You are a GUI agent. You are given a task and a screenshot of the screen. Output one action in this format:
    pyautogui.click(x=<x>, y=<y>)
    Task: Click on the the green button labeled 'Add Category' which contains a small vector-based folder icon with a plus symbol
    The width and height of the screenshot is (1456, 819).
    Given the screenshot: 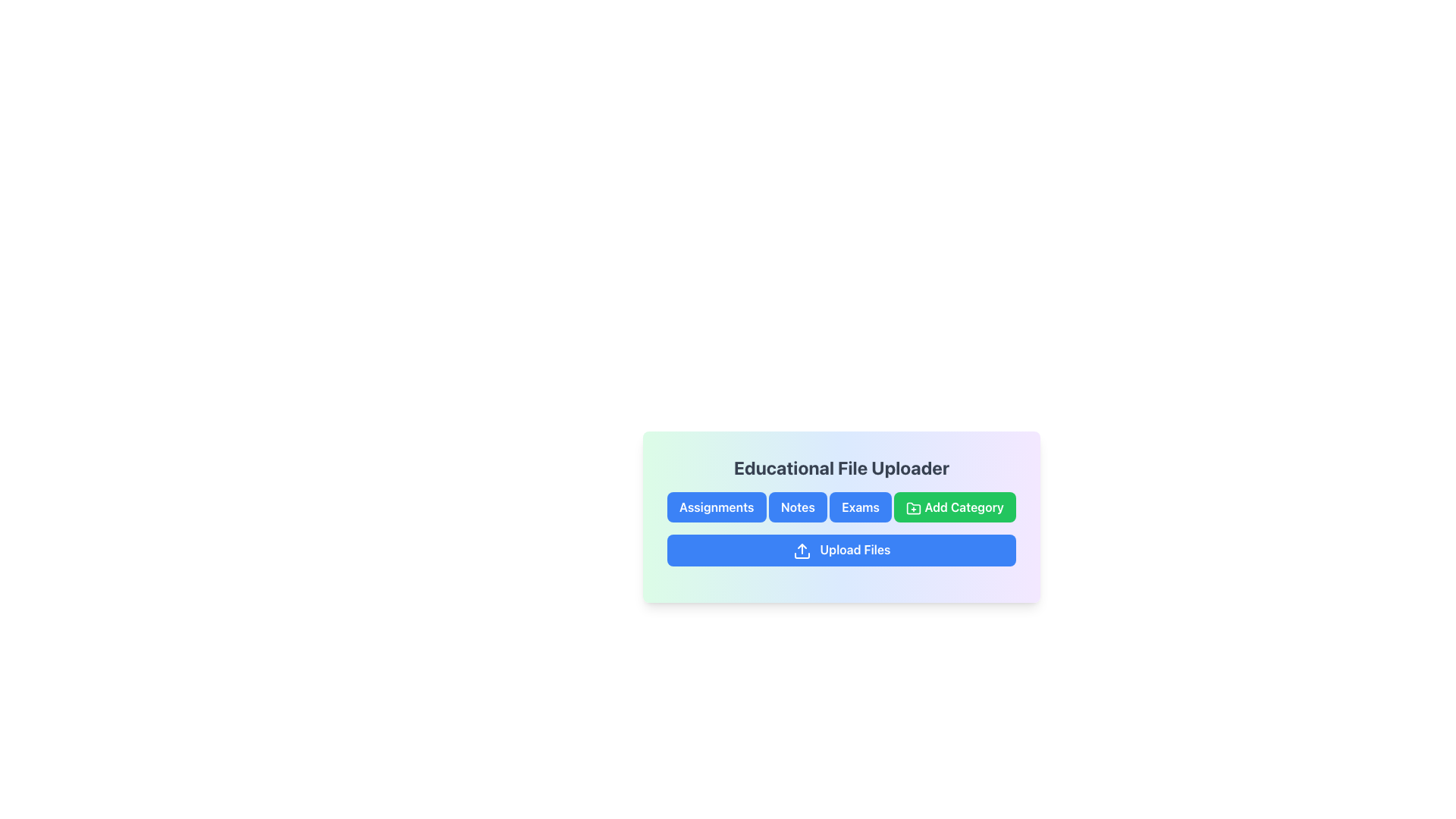 What is the action you would take?
    pyautogui.click(x=913, y=508)
    